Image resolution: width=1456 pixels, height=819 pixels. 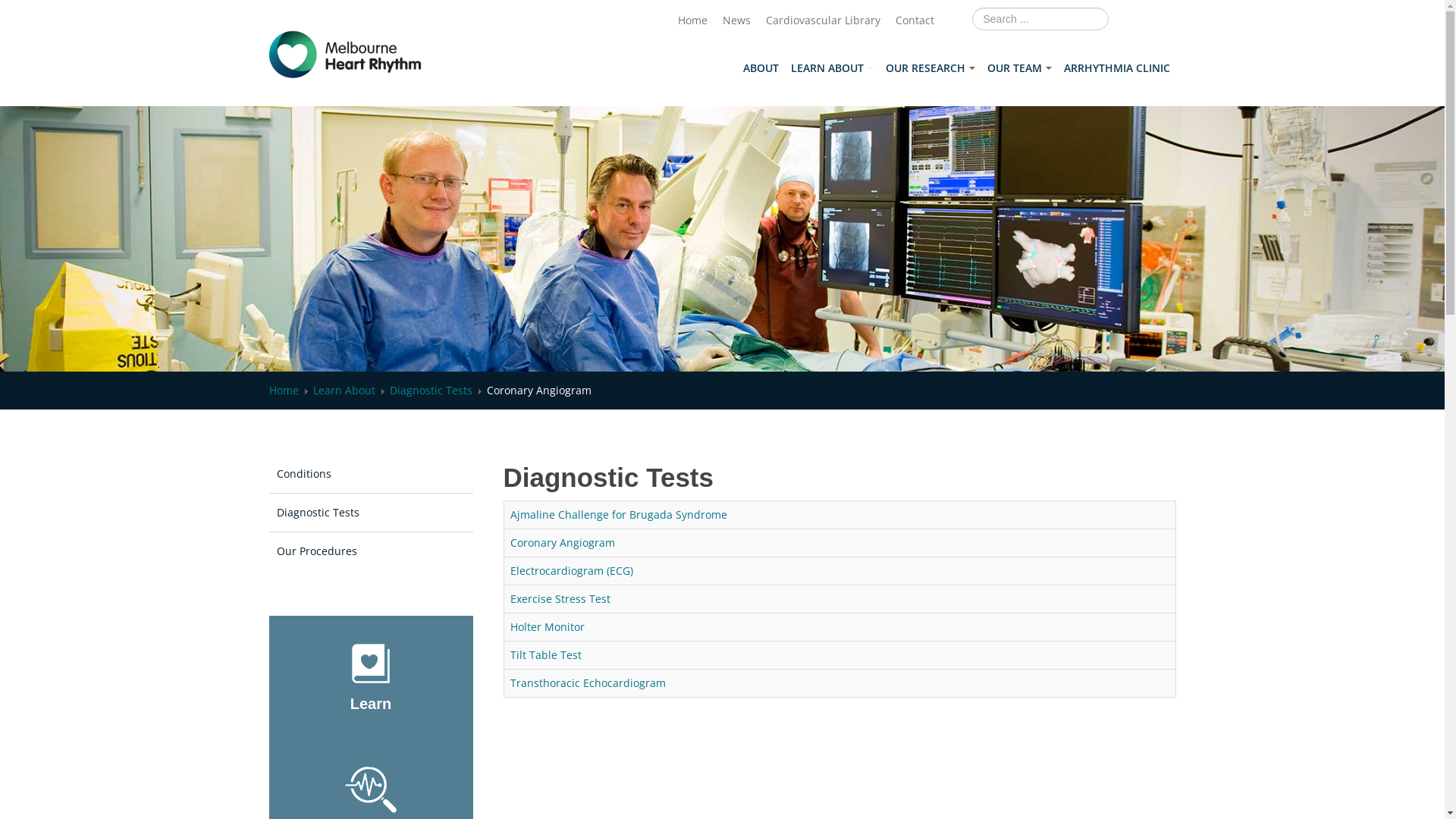 What do you see at coordinates (736, 67) in the screenshot?
I see `'ABOUT'` at bounding box center [736, 67].